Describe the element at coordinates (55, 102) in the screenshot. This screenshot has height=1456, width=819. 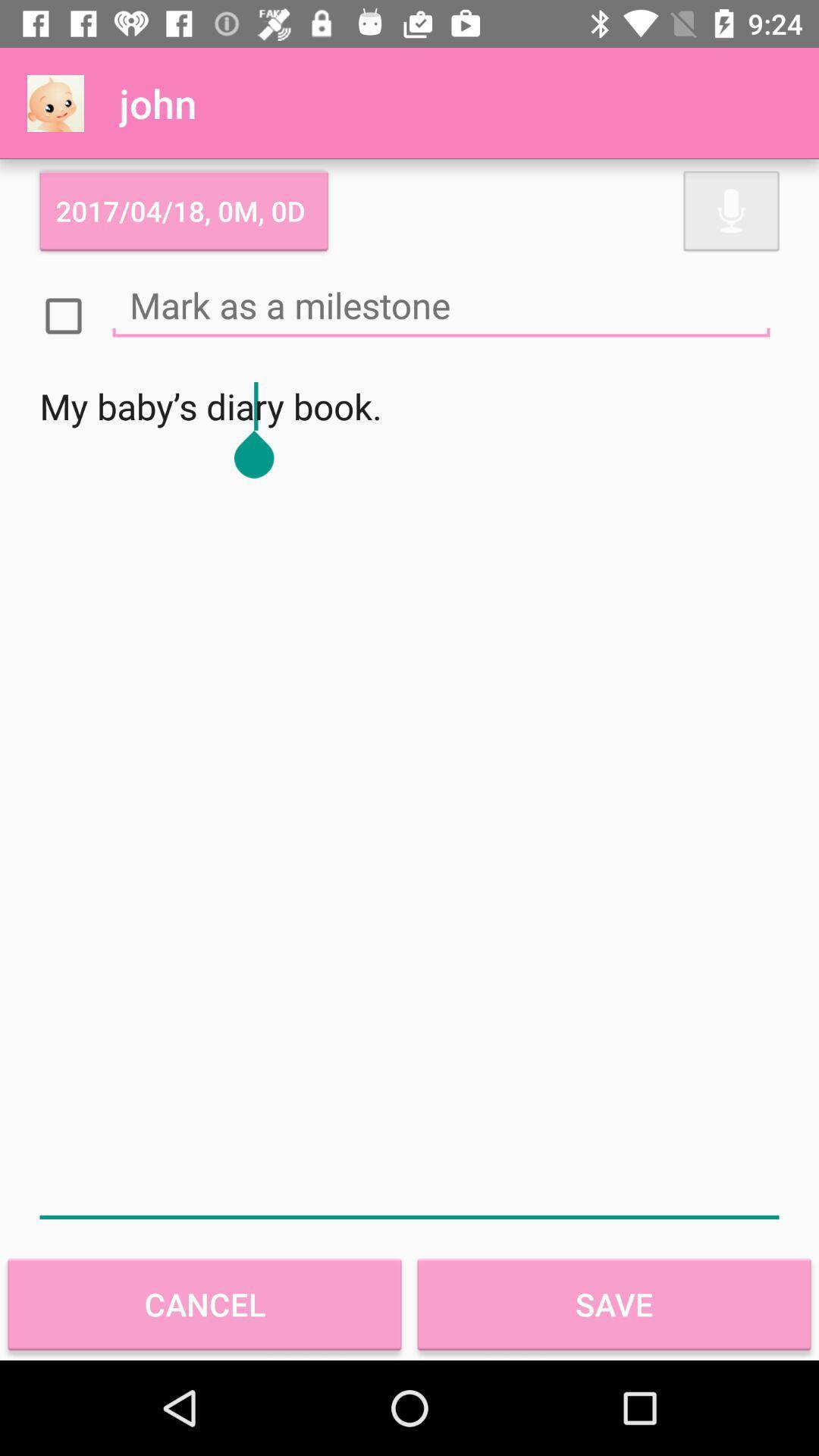
I see `the item to the left of the john item` at that location.